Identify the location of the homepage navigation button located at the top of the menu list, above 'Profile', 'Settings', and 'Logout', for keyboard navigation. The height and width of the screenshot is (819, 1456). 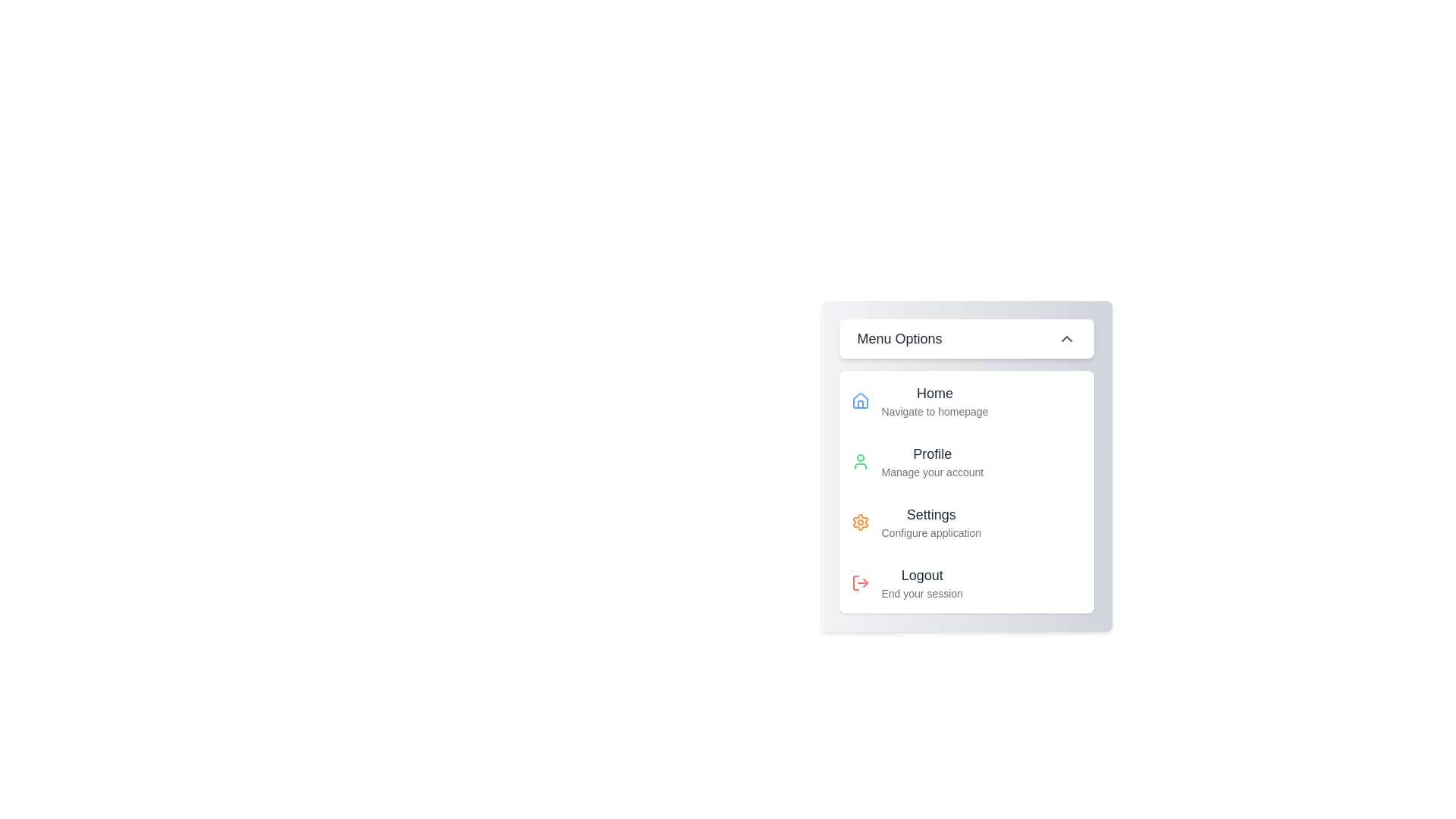
(965, 400).